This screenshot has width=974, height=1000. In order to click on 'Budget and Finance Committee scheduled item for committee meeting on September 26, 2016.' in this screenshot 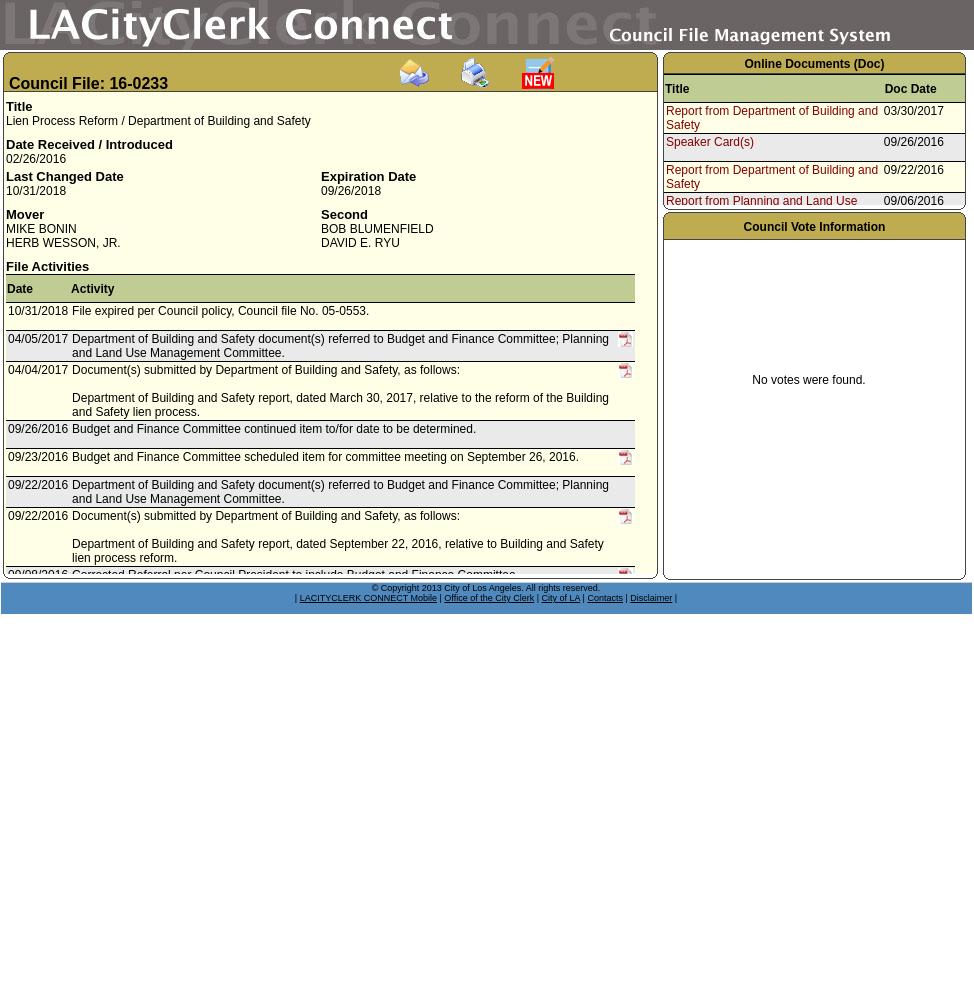, I will do `click(325, 456)`.